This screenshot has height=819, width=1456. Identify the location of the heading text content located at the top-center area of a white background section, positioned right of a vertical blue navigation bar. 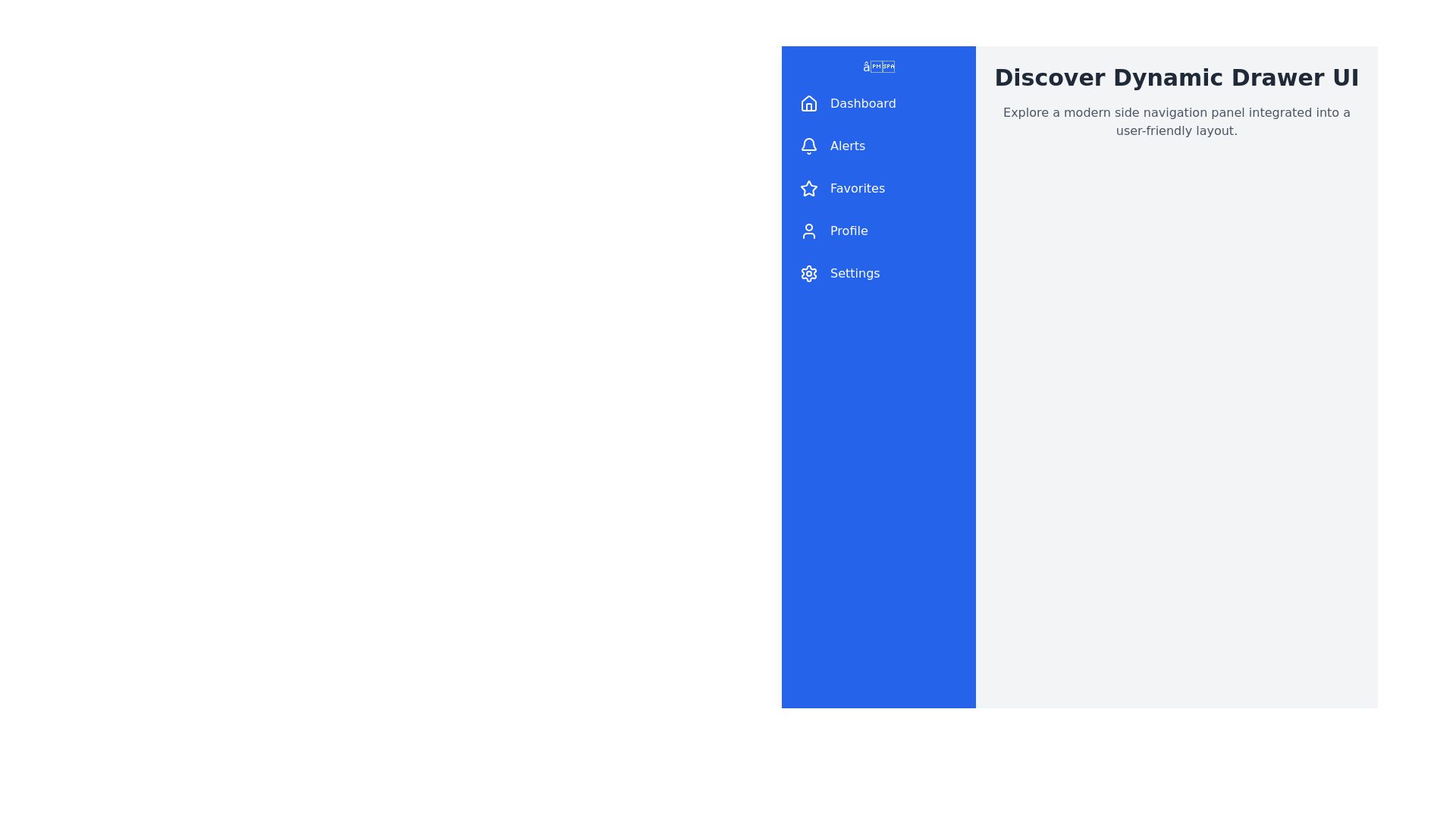
(1175, 78).